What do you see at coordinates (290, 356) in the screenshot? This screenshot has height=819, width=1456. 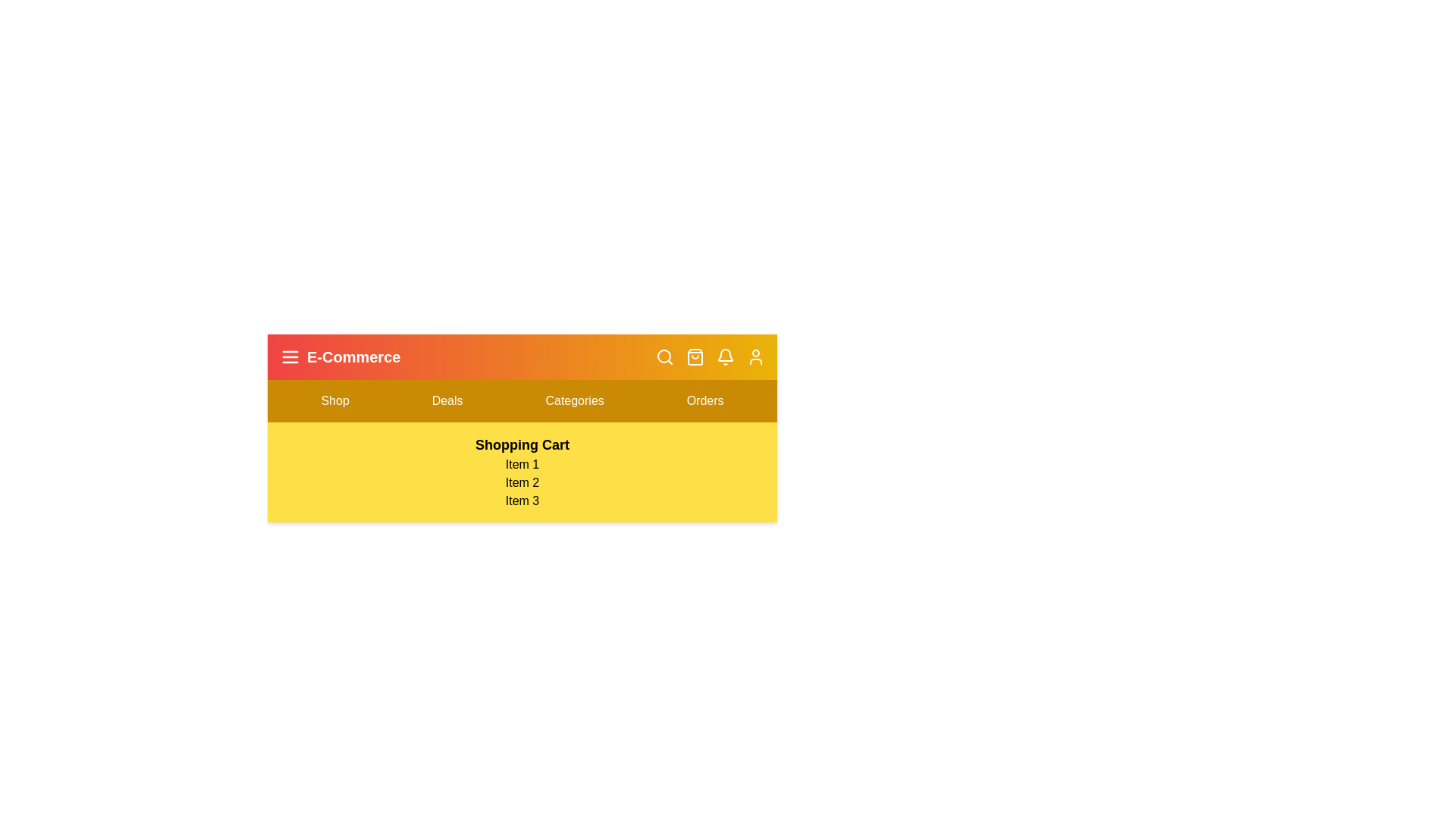 I see `menu button to toggle the navigation menu visibility` at bounding box center [290, 356].